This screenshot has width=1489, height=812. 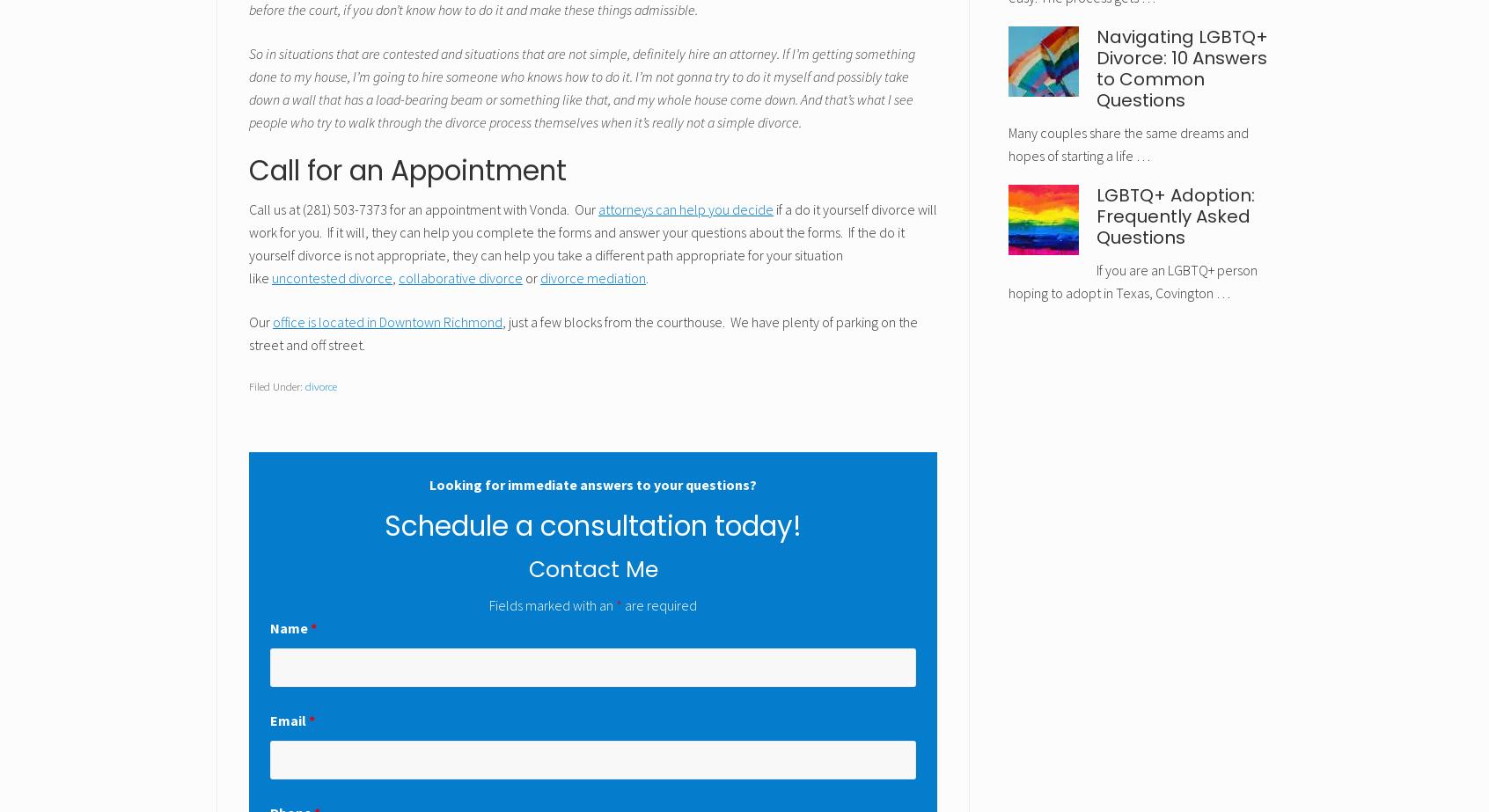 I want to click on 'So in situations that are contested and situations that are not simple, definitely hire an attorney. If I’m getting something done to my house, I’m going to hire someone who knows how to do it. I’m not gonna try to do it myself and possibly take down a wall that has a load-bearing beam or something like that, and my whole house come down. And that’s what I see people who try to walk through the divorce process themselves when it’s really not a simple divorce.', so click(x=582, y=87).